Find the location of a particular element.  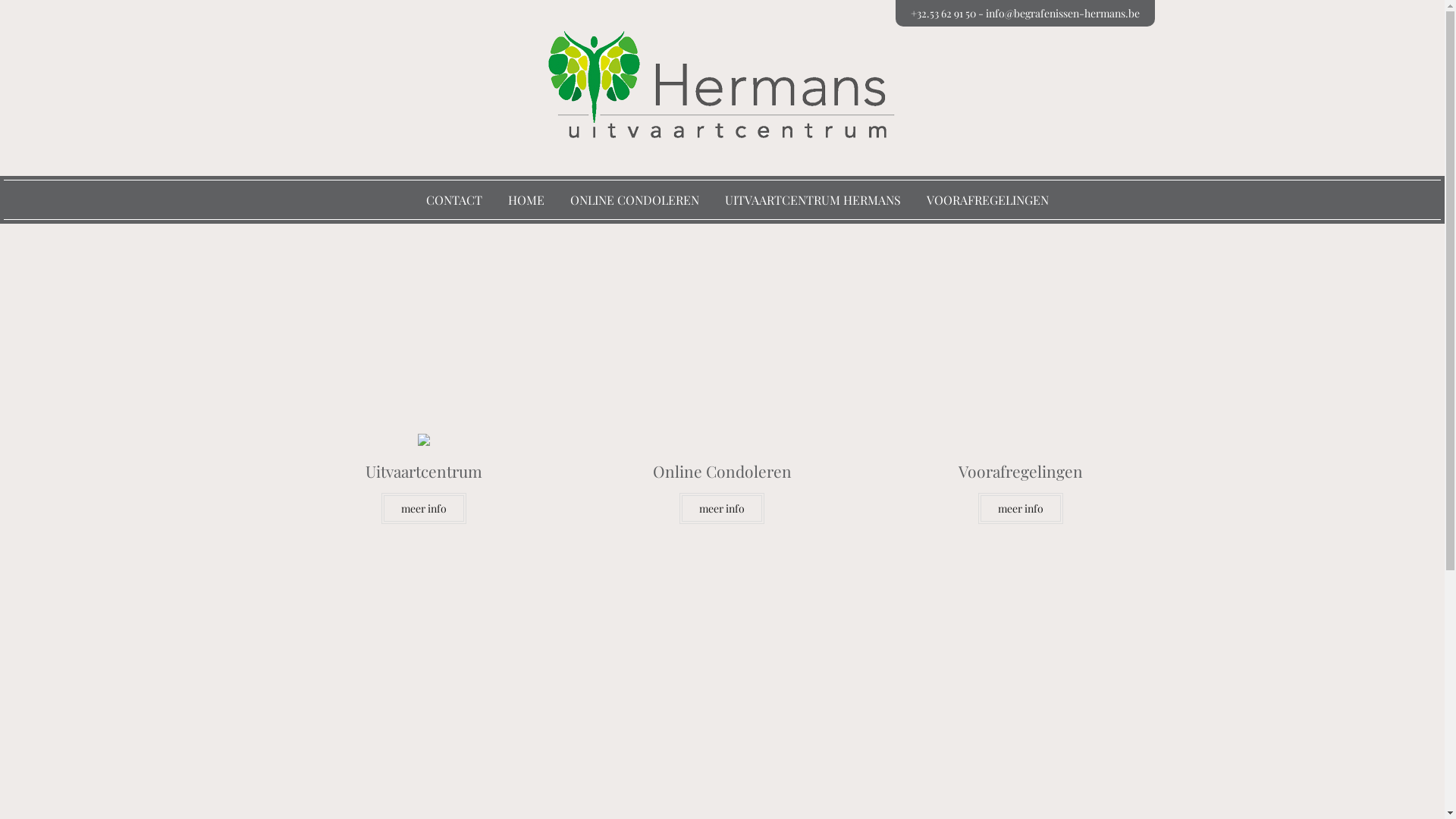

'meer info' is located at coordinates (423, 508).